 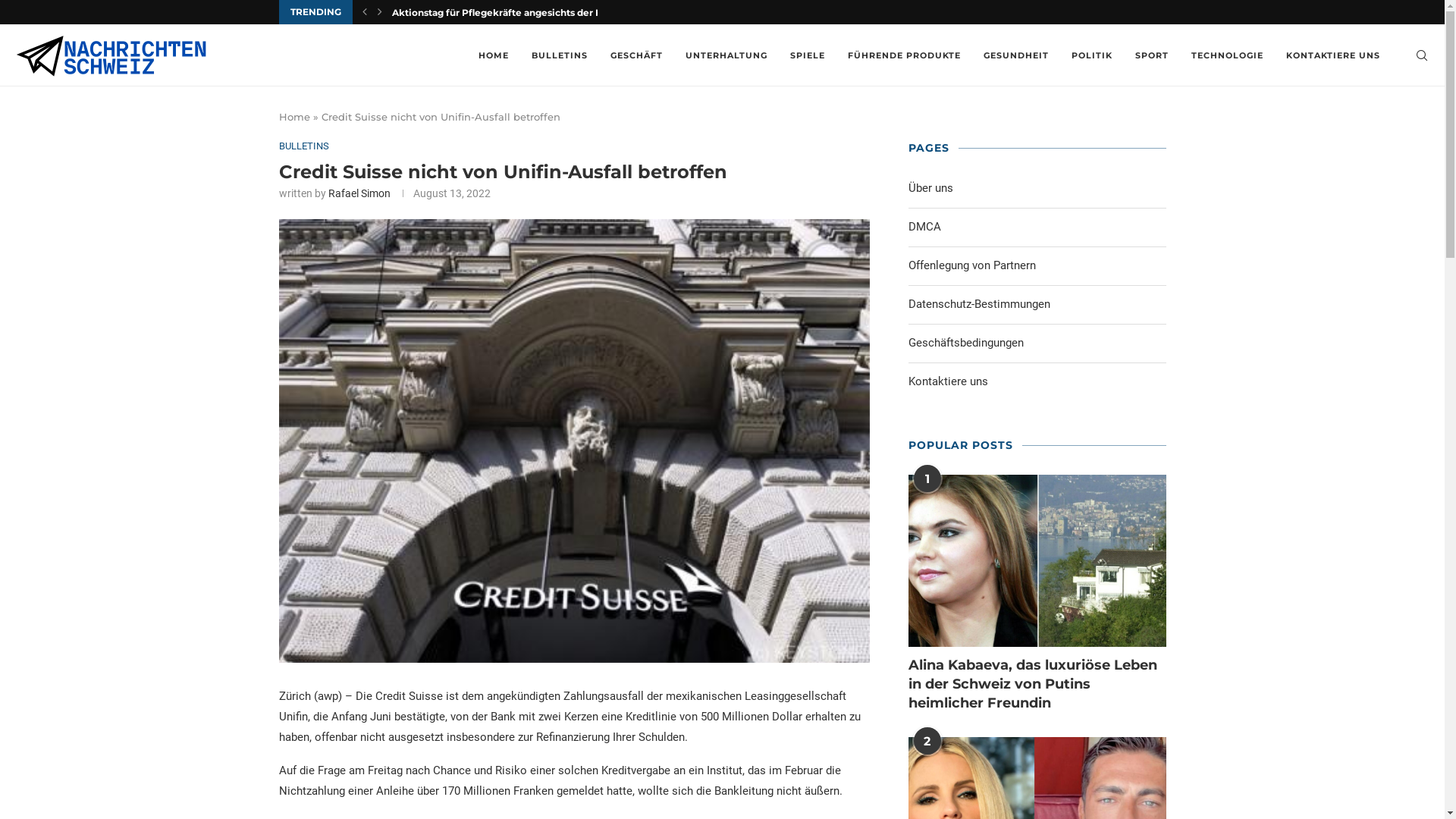 What do you see at coordinates (1151, 55) in the screenshot?
I see `'SPORT'` at bounding box center [1151, 55].